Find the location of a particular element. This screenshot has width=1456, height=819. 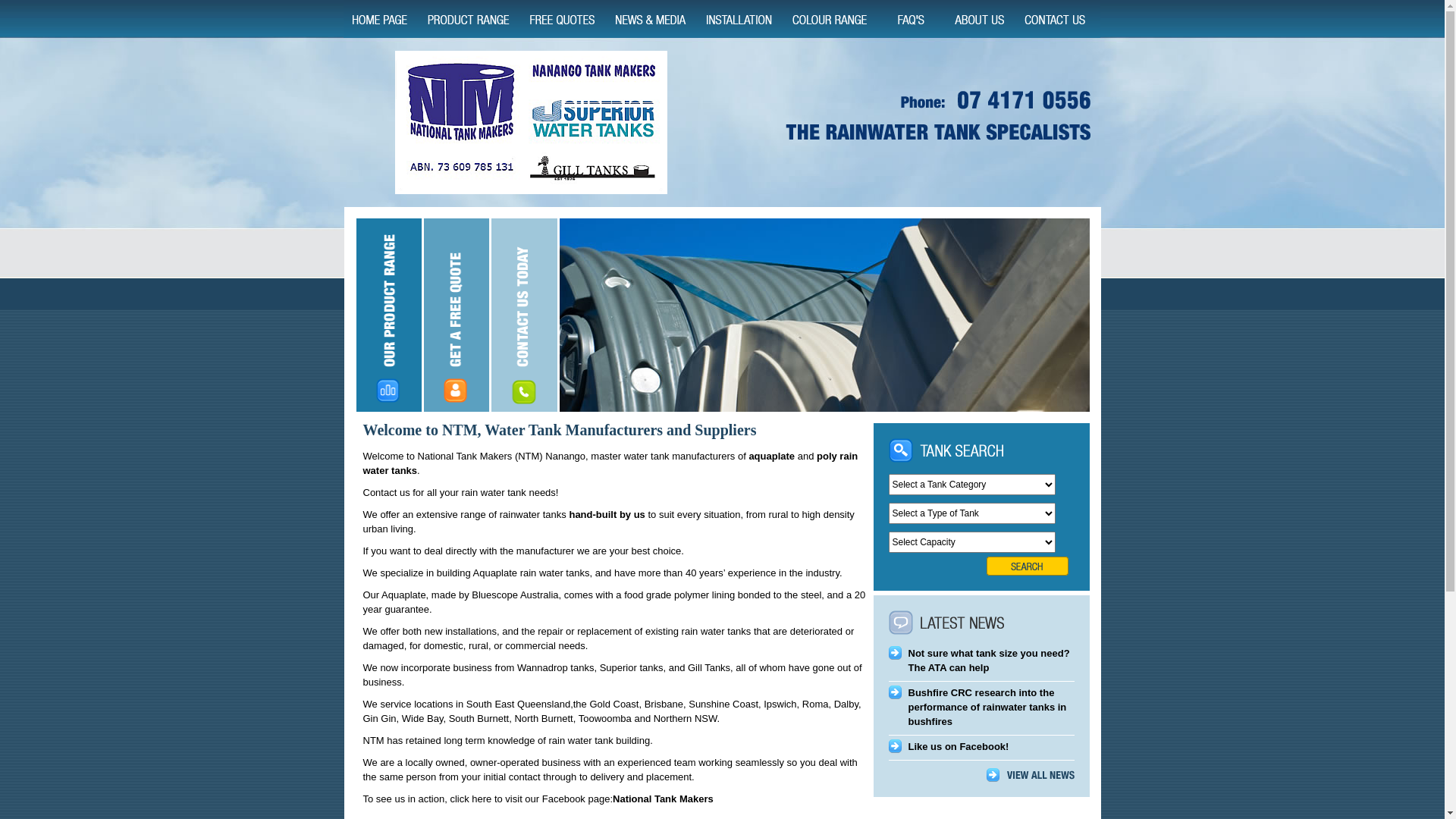

'aquaplate' is located at coordinates (771, 455).